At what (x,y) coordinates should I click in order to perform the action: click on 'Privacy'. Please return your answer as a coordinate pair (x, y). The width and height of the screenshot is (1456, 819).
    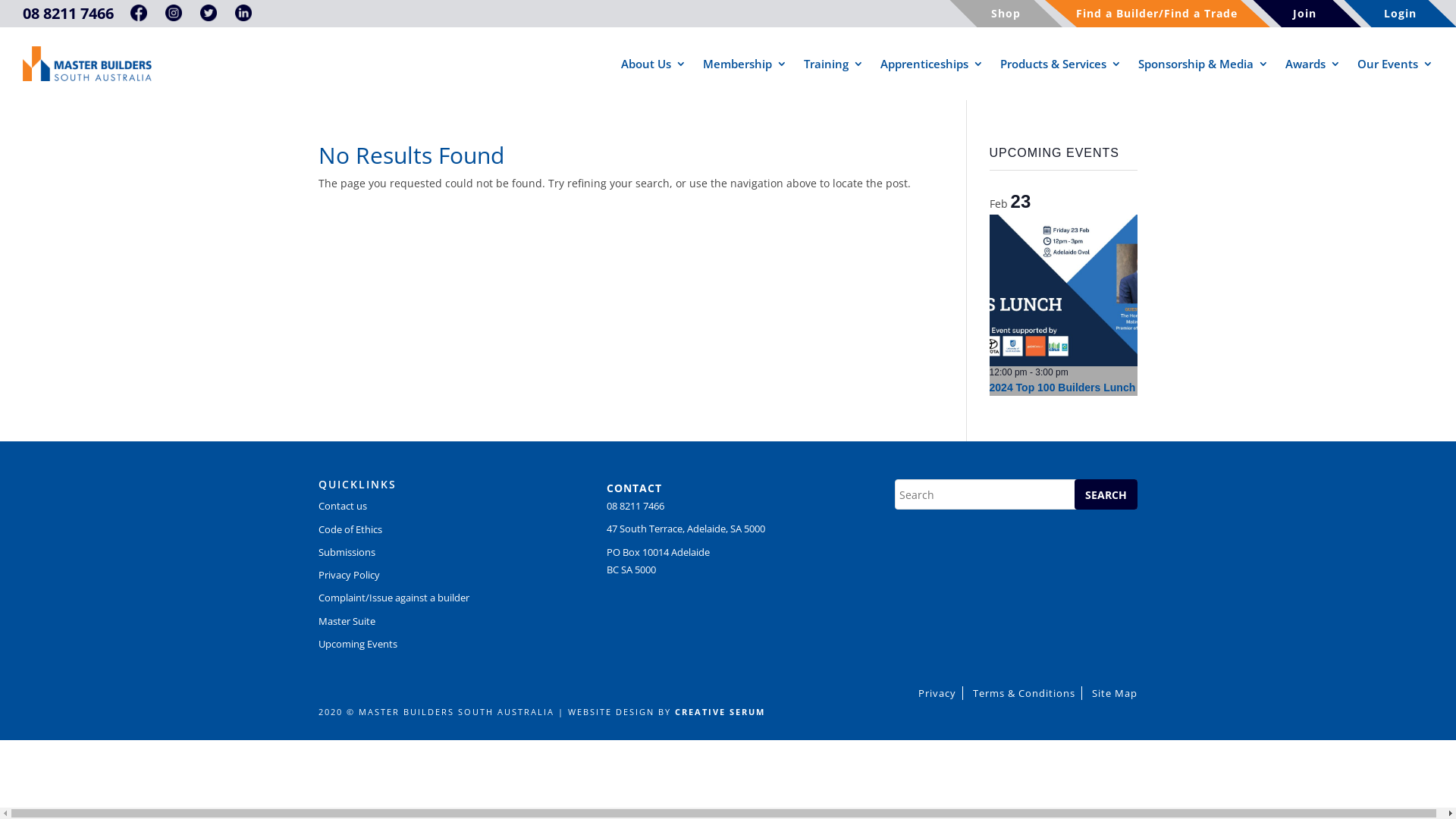
    Looking at the image, I should click on (937, 693).